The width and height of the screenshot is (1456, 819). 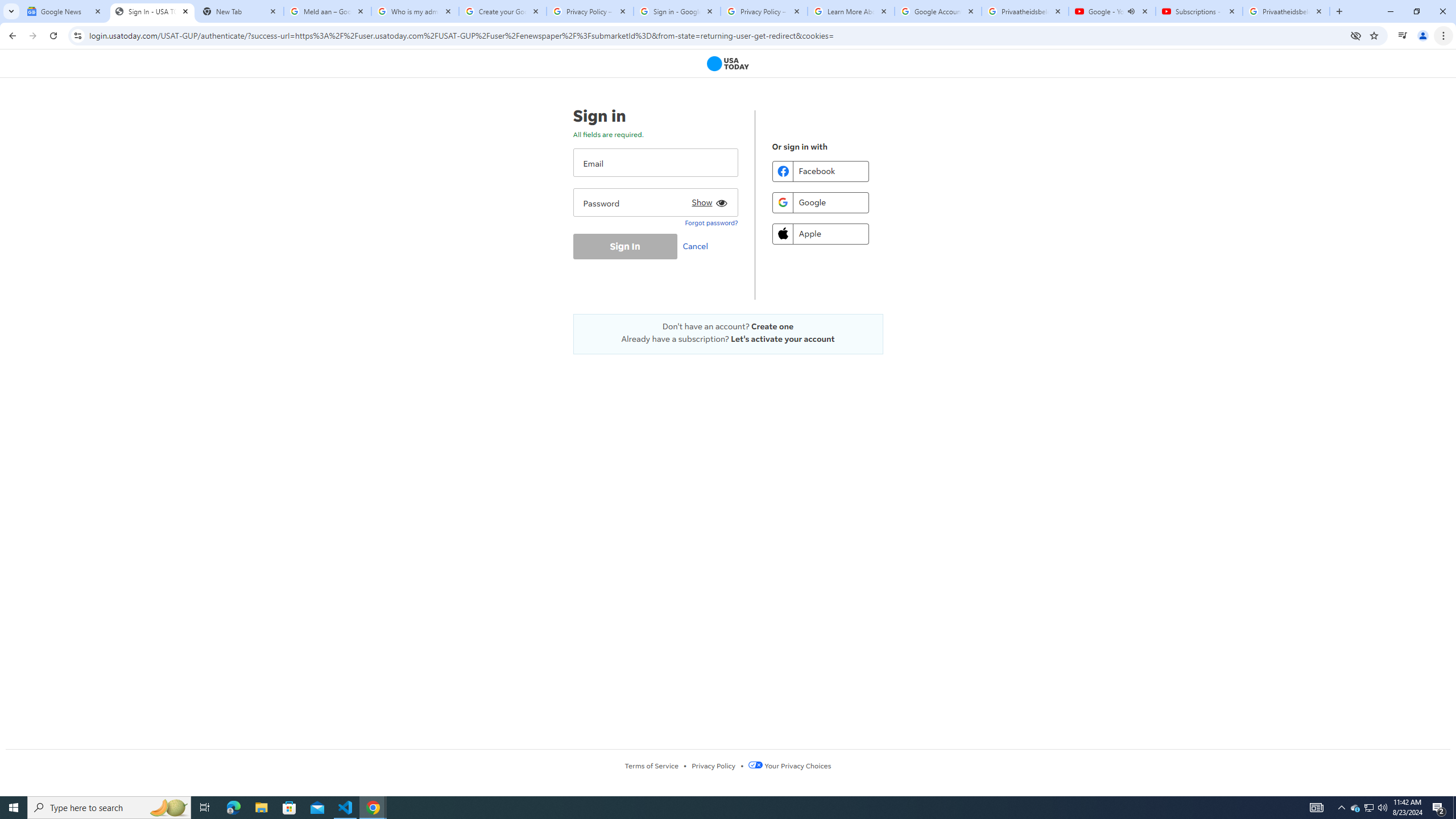 What do you see at coordinates (655, 202) in the screenshot?
I see `'Enter Password'` at bounding box center [655, 202].